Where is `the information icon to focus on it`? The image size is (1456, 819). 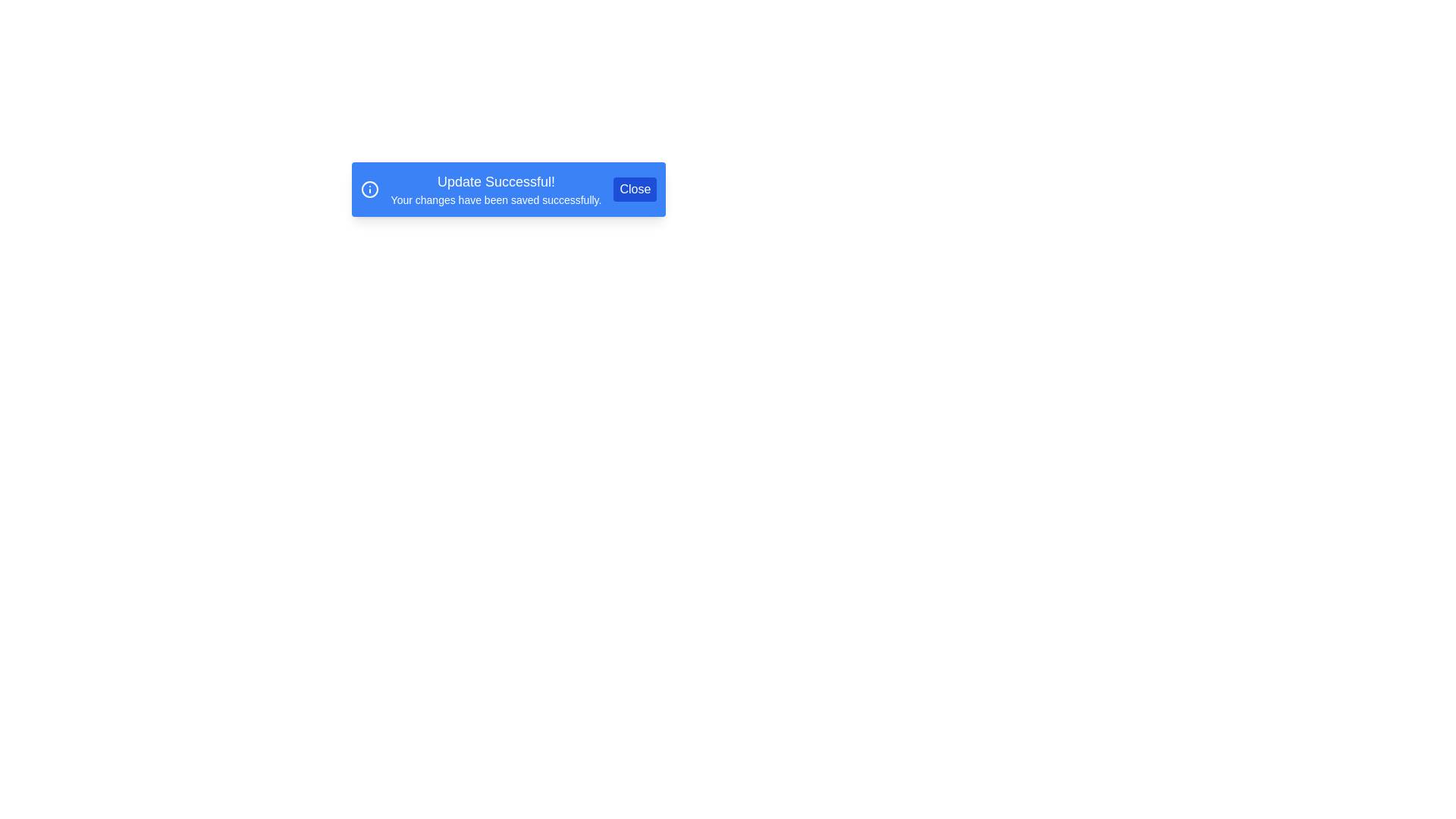 the information icon to focus on it is located at coordinates (369, 189).